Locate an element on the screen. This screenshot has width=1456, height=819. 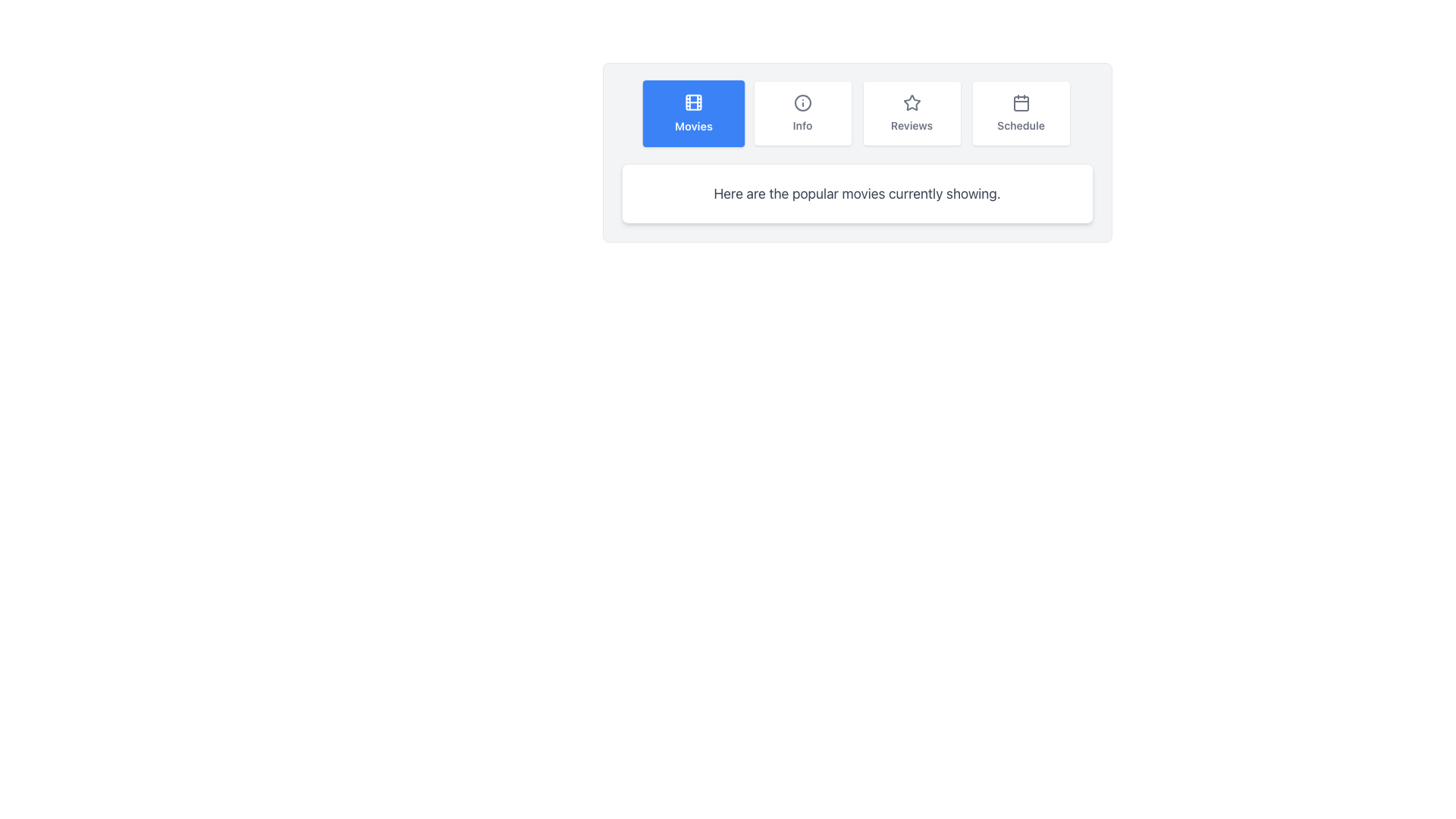
the Text Label that serves as a descriptive label for the section or action represented by the icon above it, which is centrally placed in relation to the icon and located in the second option of a horizontally aligned list of buttons is located at coordinates (802, 124).